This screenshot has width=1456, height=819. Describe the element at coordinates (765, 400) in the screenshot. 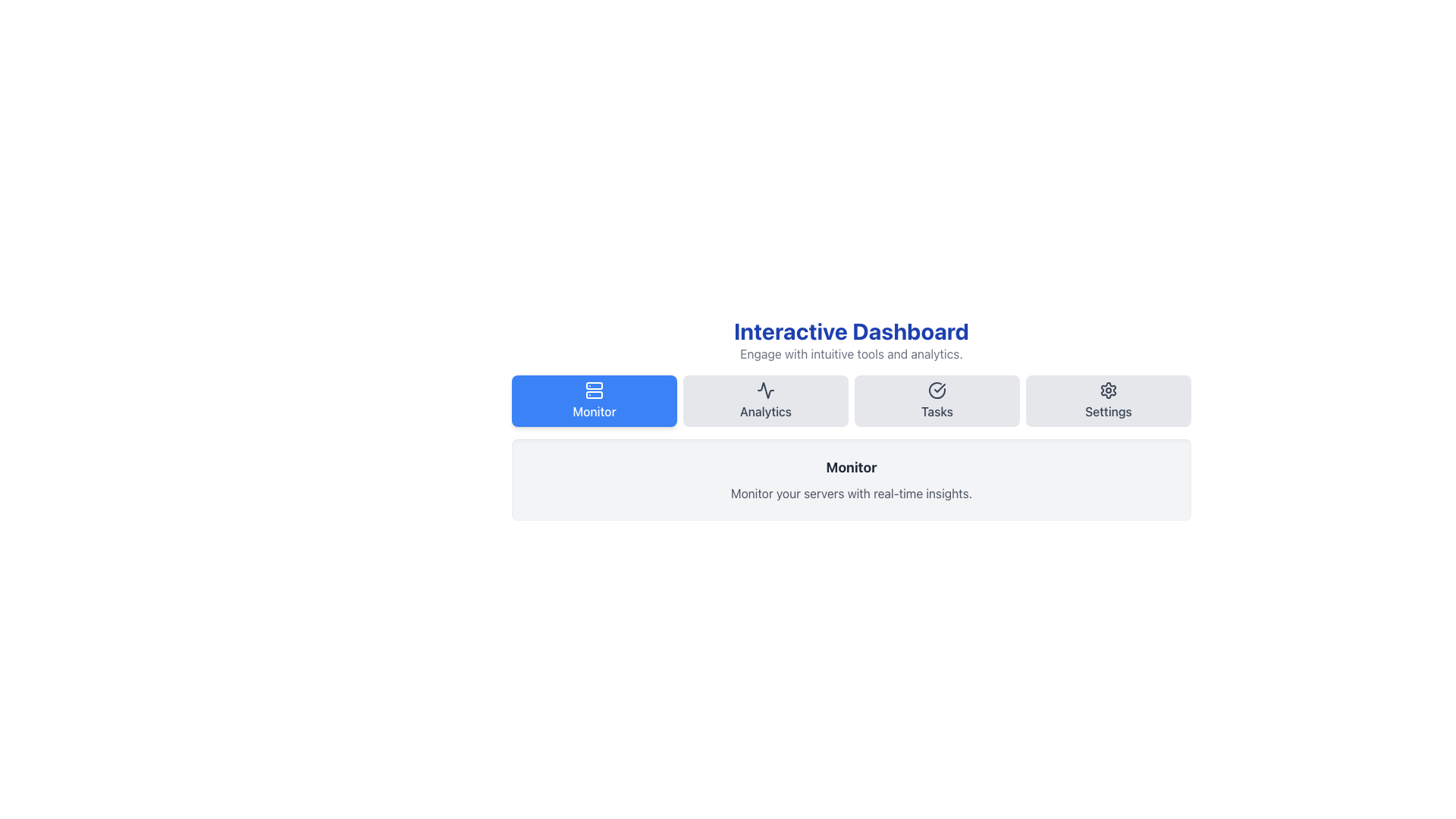

I see `the 'Analytics' button, which is a rectangular button with rounded corners, light gray background, and features a graph-like waveform icon above the text 'Analytics'` at that location.